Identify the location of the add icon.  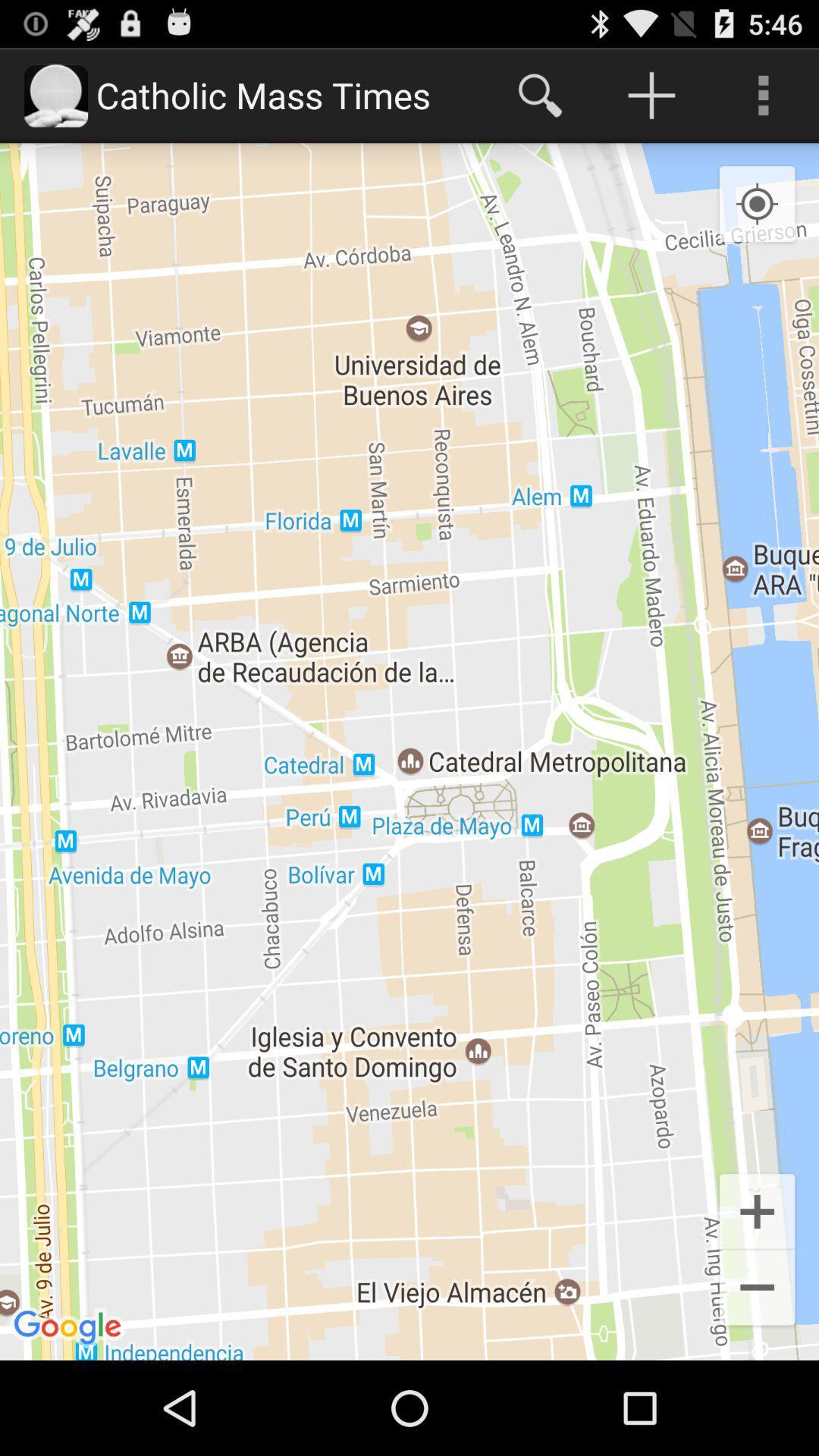
(757, 1294).